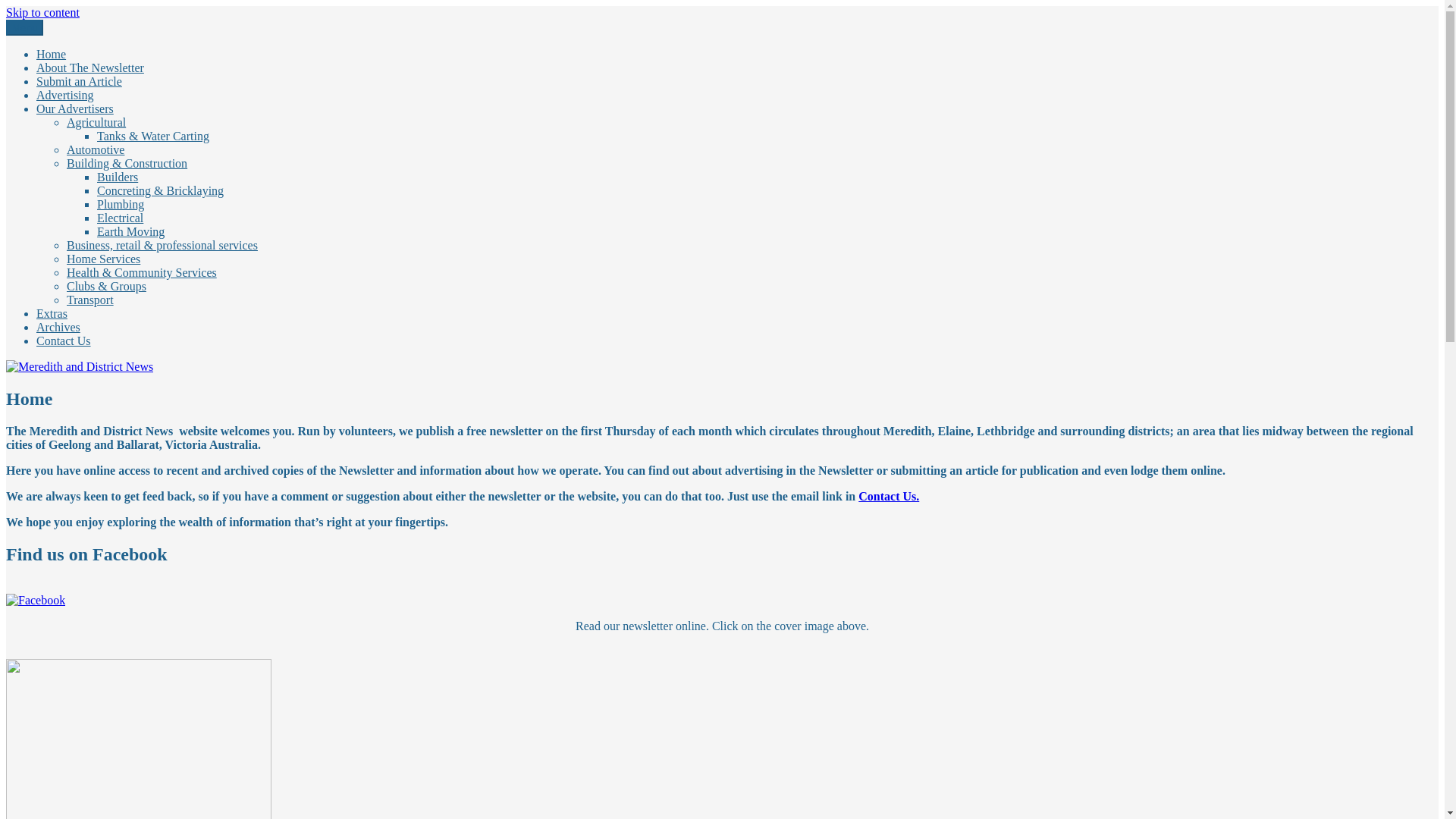  I want to click on 'Builders', so click(116, 176).